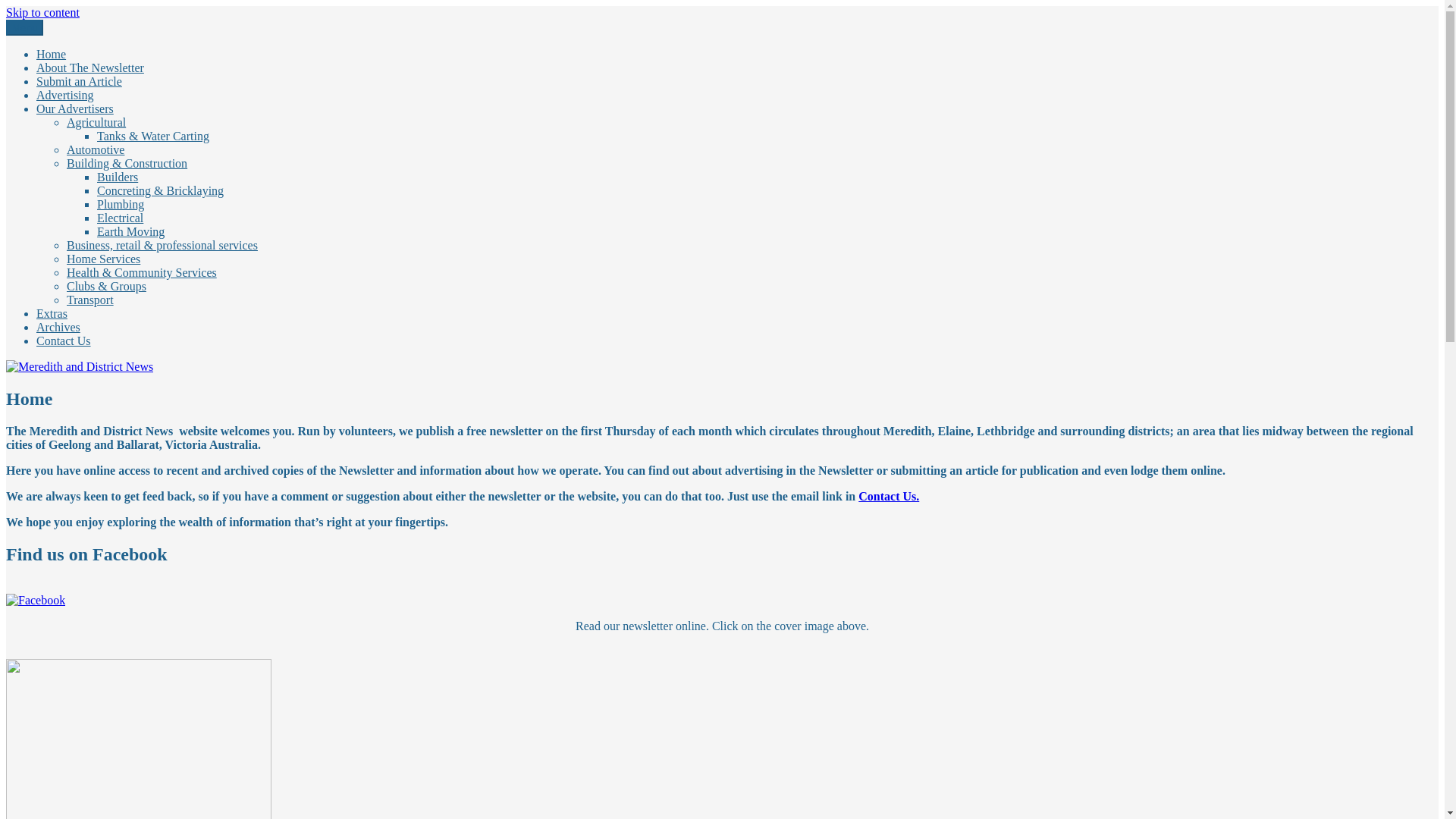  I want to click on 'Builders', so click(116, 176).